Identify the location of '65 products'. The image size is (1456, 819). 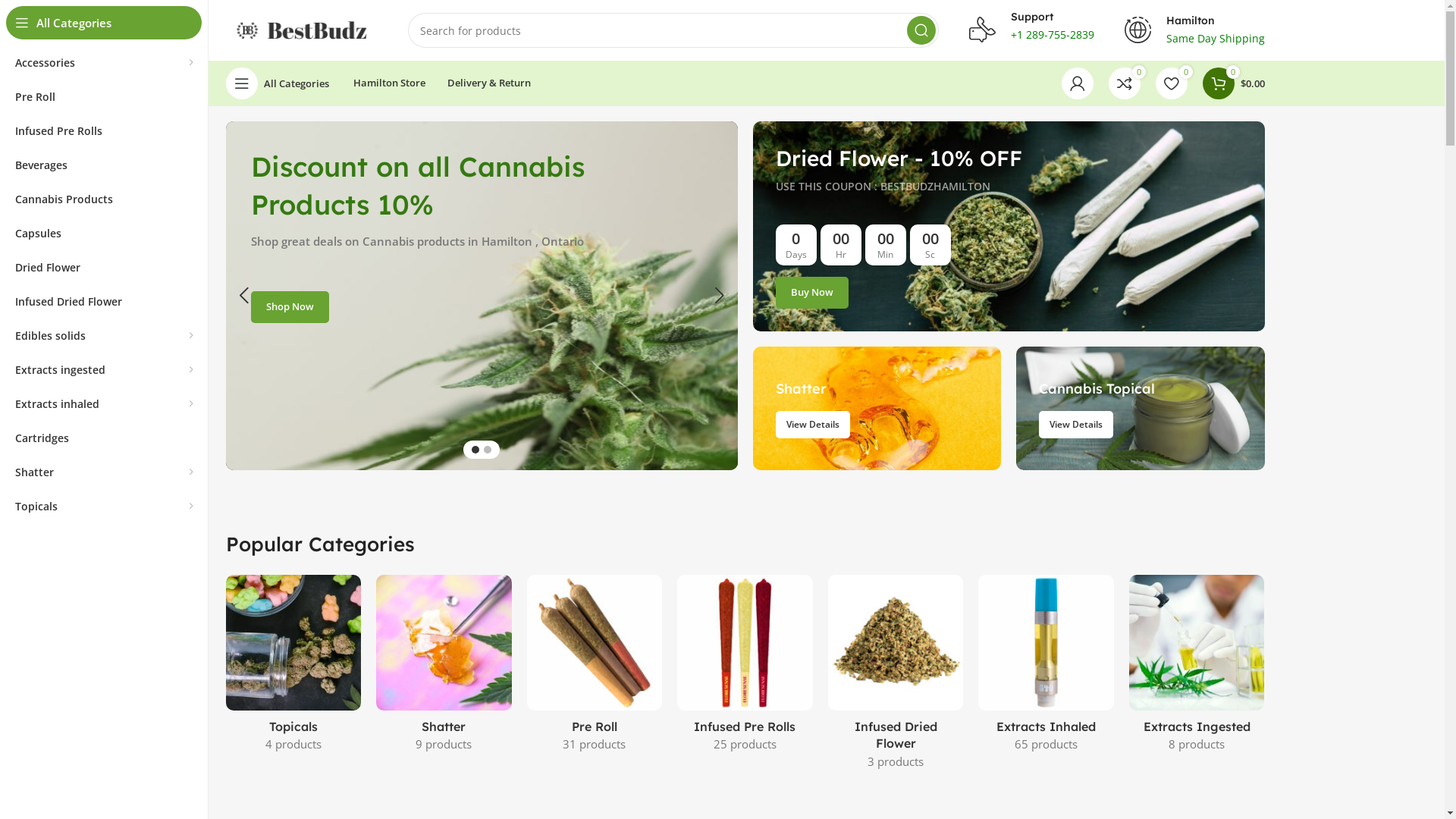
(1045, 742).